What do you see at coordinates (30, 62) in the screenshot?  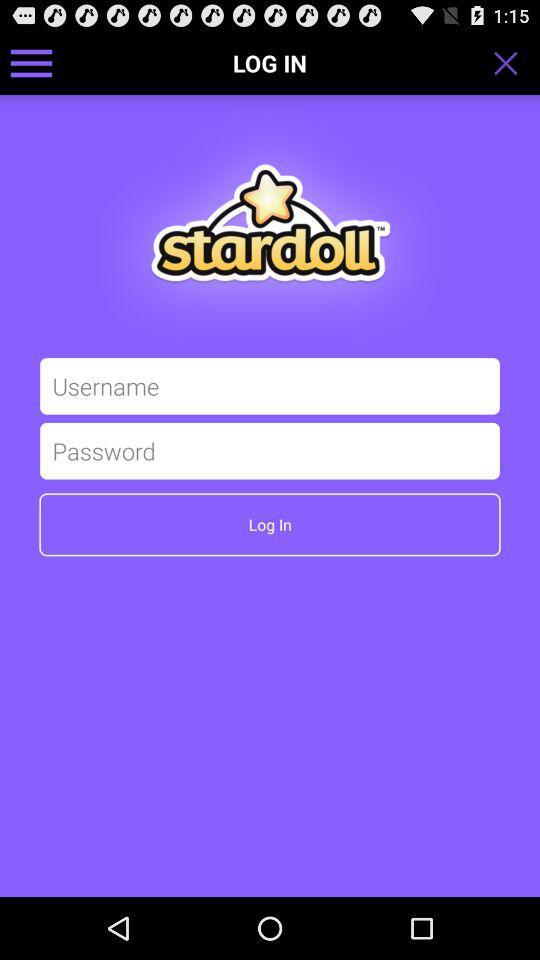 I see `icon at the top left corner` at bounding box center [30, 62].